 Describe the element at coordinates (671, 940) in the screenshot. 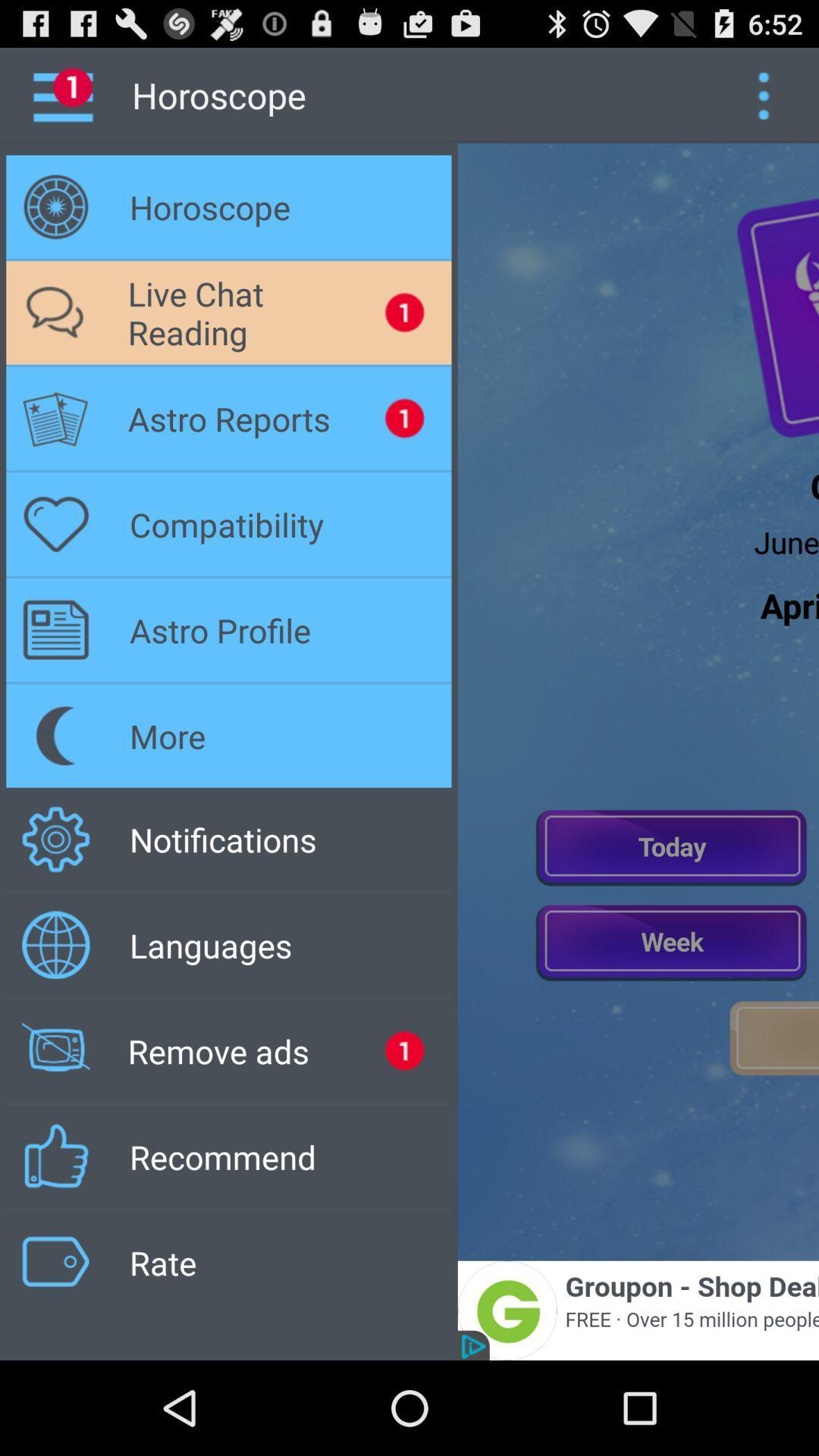

I see `weekly horscope purpple button` at that location.